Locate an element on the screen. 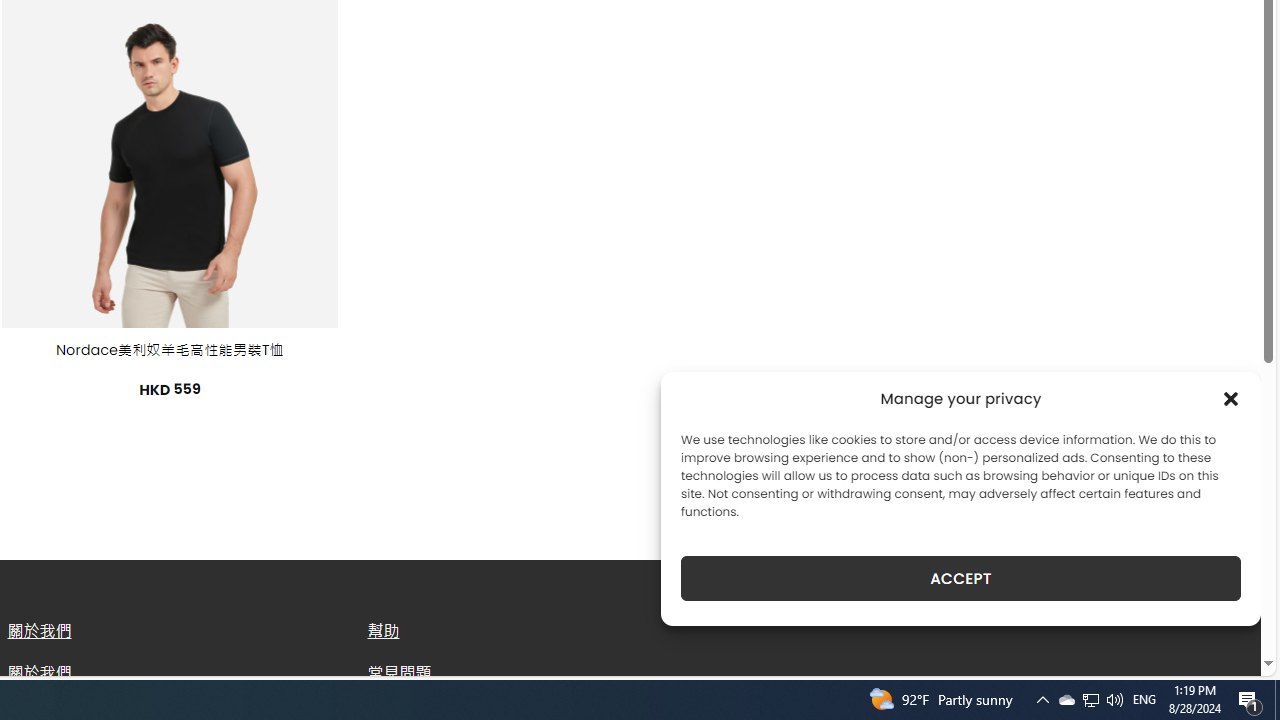 The image size is (1280, 720). 'ACCEPT' is located at coordinates (961, 578).